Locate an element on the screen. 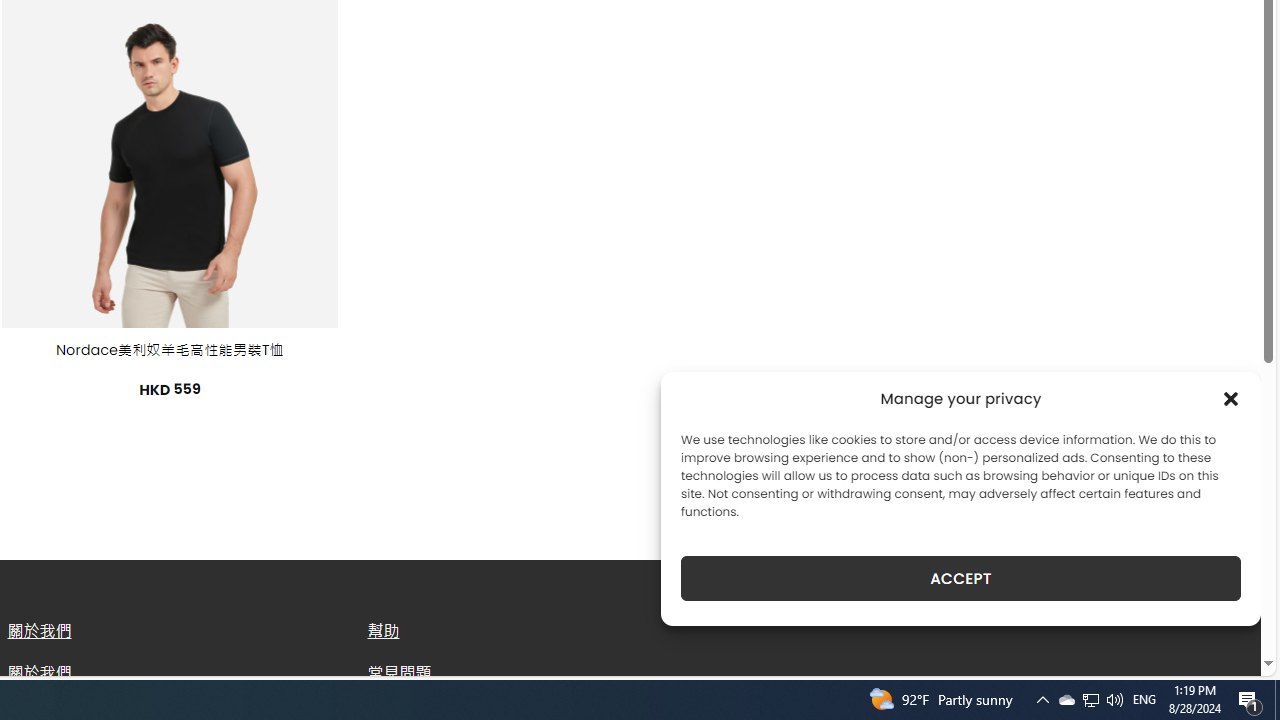 The image size is (1280, 720). 'ACCEPT' is located at coordinates (961, 578).